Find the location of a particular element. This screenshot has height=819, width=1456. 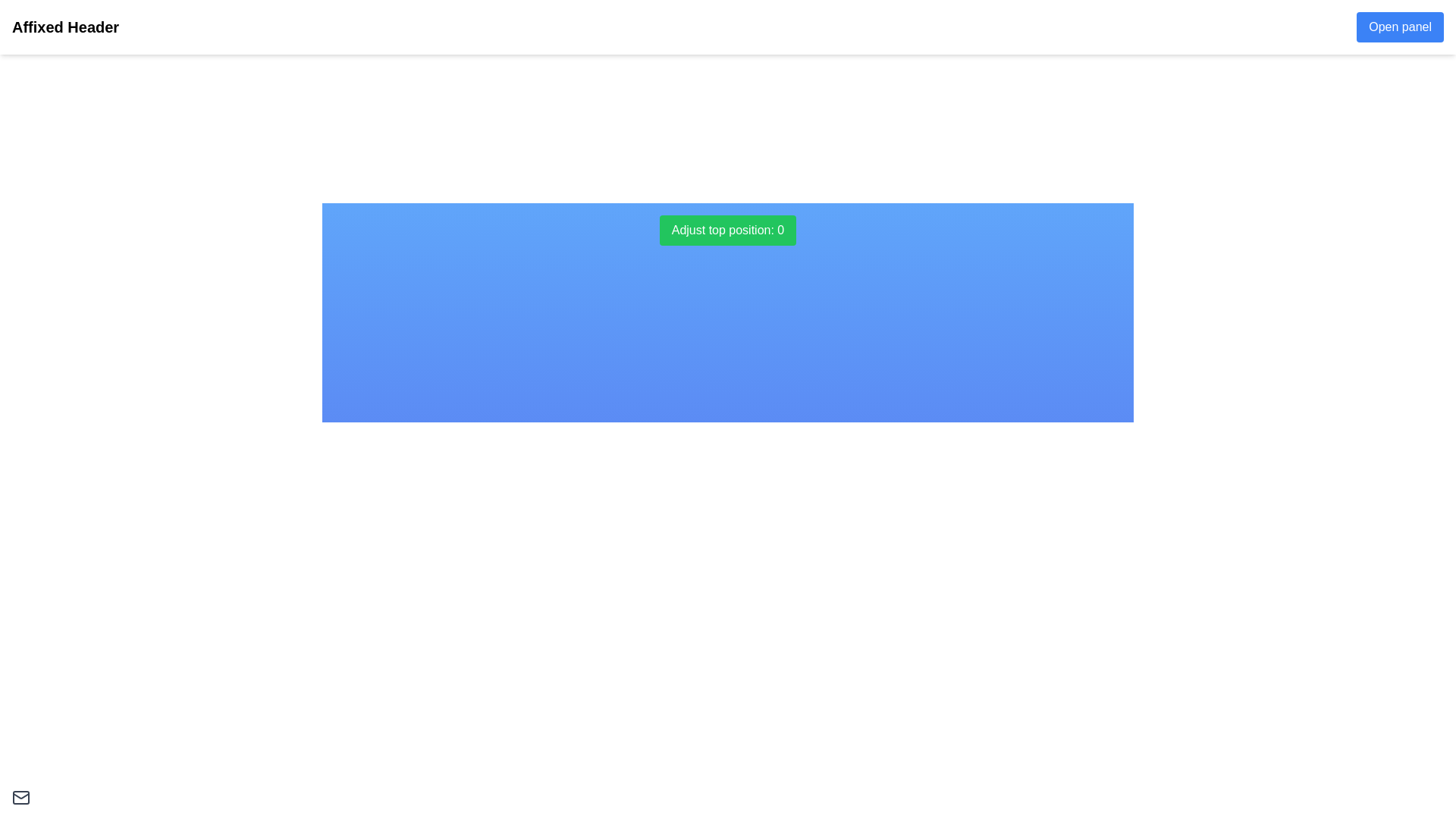

the gray envelope icon located in the bottom-left corner of the interface is located at coordinates (21, 797).